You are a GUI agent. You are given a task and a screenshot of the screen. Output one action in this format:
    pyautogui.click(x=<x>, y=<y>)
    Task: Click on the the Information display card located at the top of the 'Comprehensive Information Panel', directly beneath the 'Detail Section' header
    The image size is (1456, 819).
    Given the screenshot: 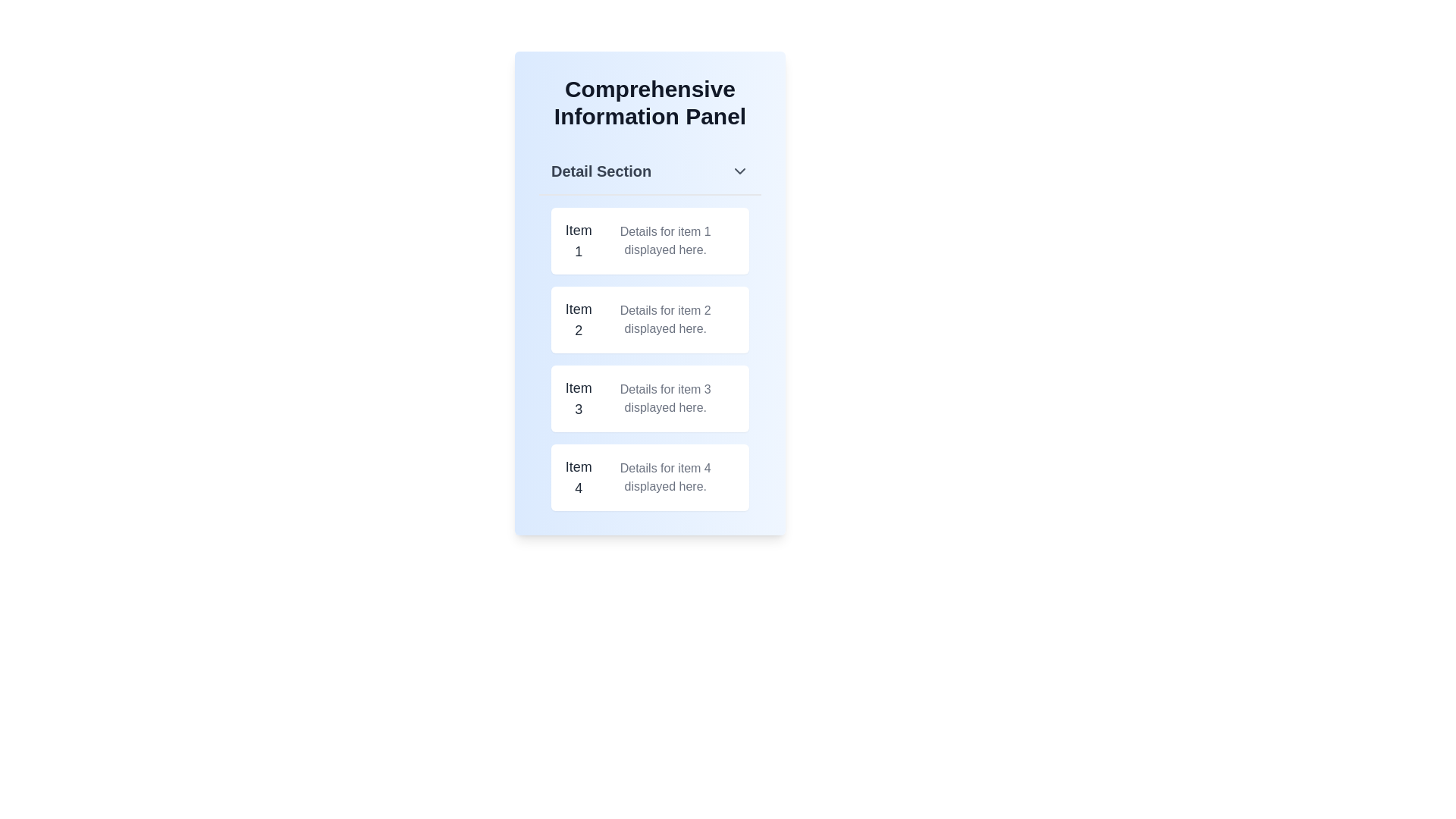 What is the action you would take?
    pyautogui.click(x=650, y=240)
    